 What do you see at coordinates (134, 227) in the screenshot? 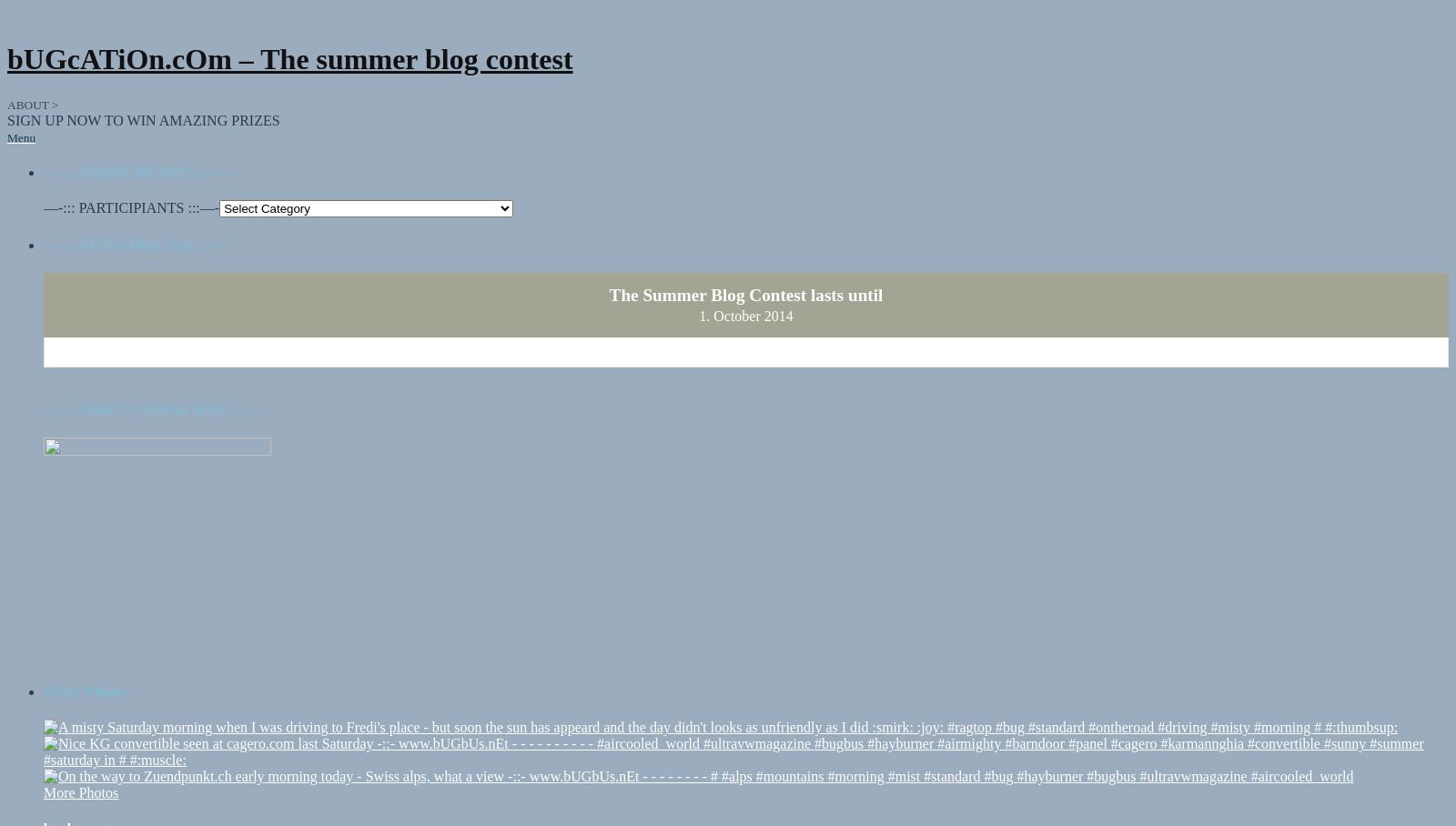
I see `'—-:::  bUGcATiOn.cOm :::—'` at bounding box center [134, 227].